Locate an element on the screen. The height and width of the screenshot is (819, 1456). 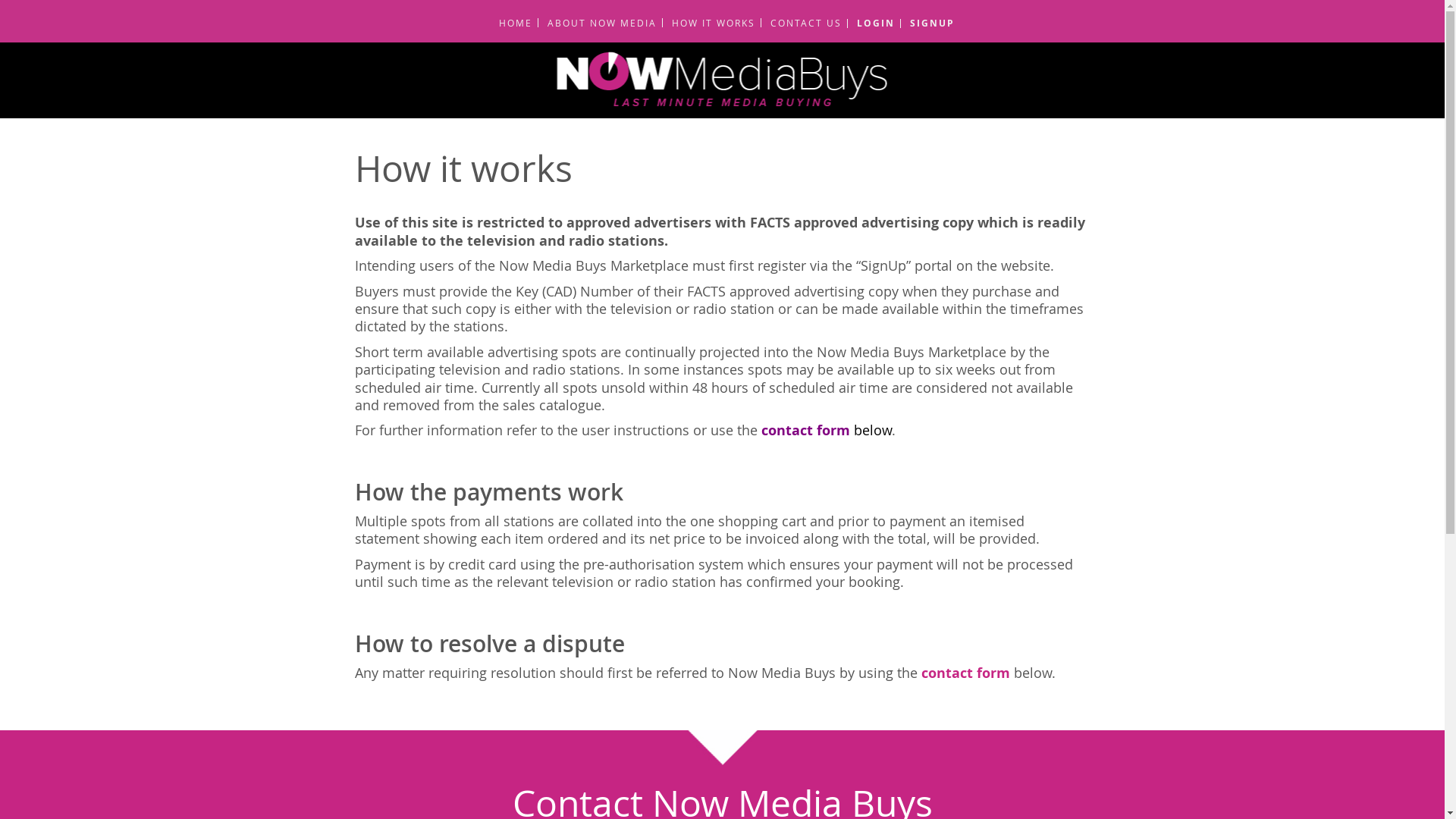
'HOW IT WORKS' is located at coordinates (708, 23).